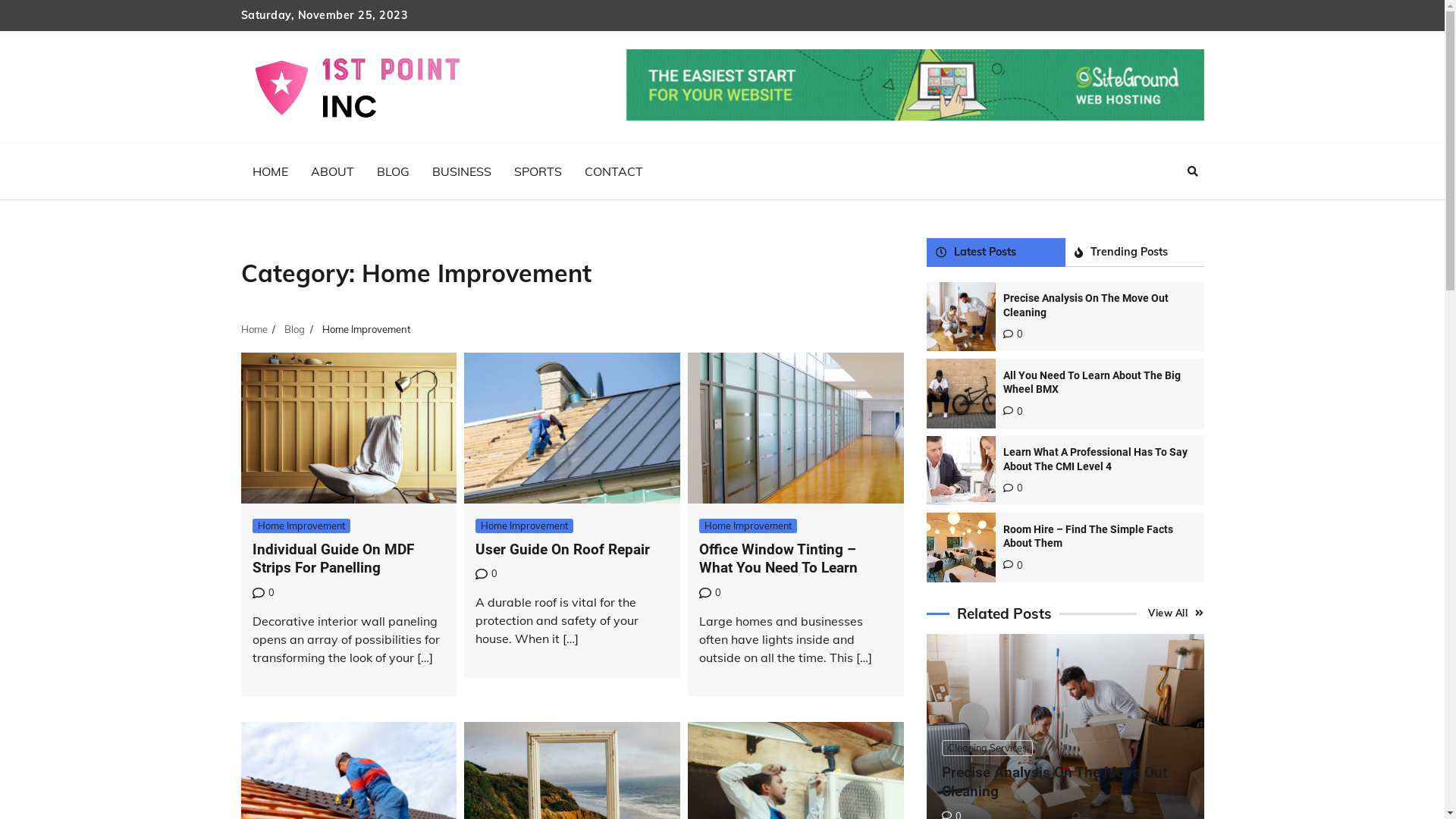  I want to click on 'Individual Guide On MDF Strips For Panelling', so click(251, 558).